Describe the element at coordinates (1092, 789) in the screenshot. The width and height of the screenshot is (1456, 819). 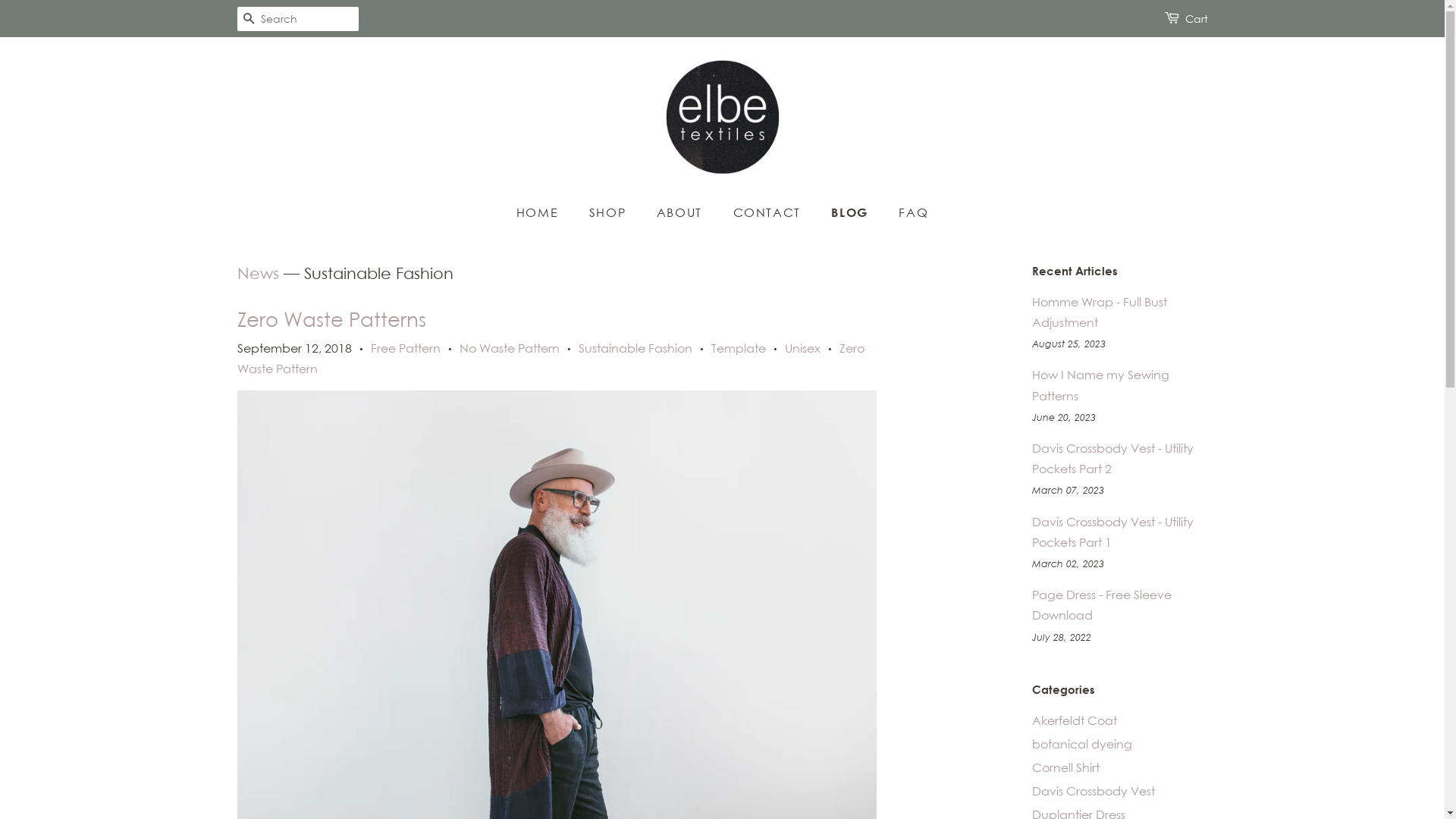
I see `'Davis Crossbody Vest'` at that location.